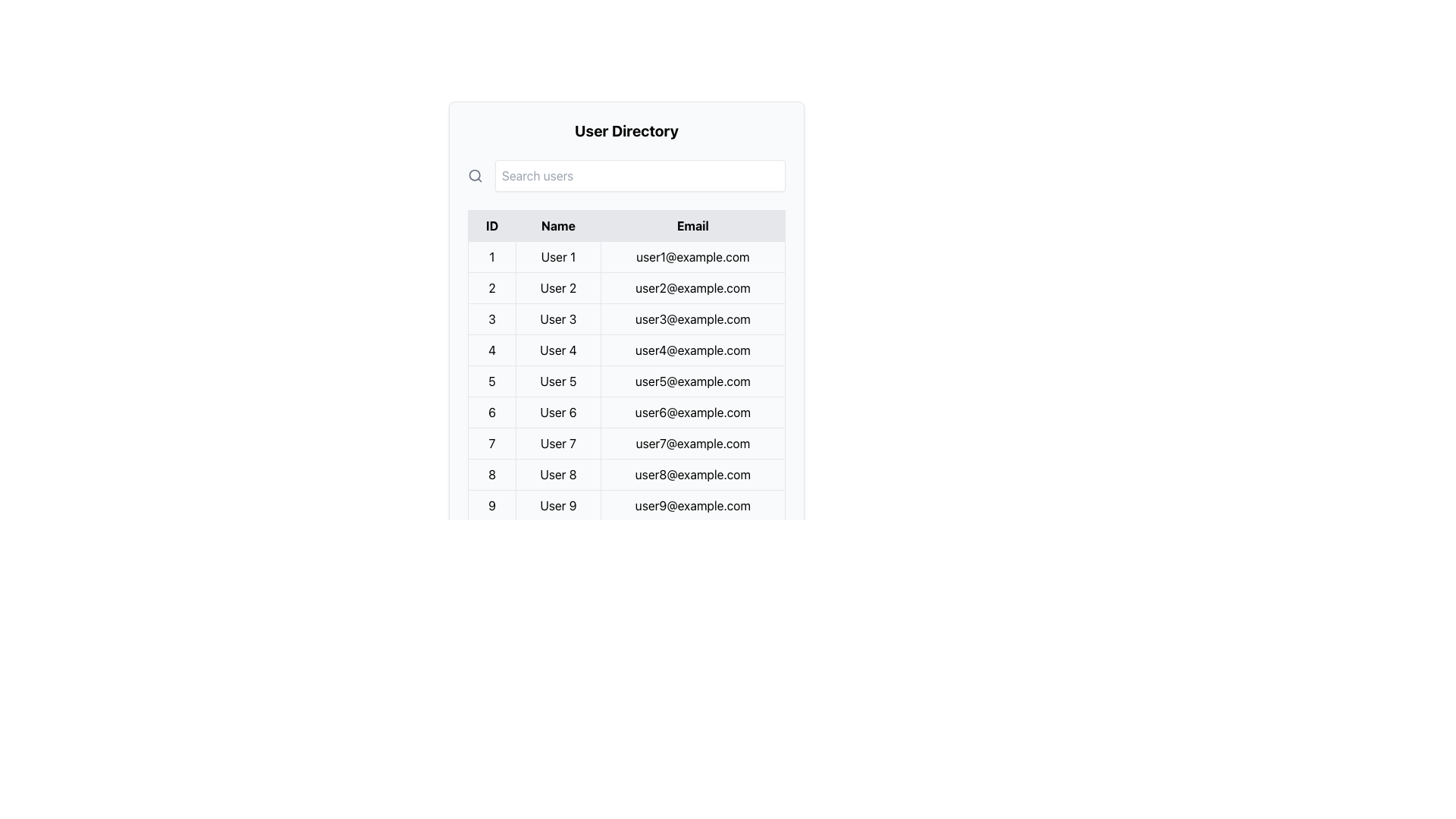  Describe the element at coordinates (692, 225) in the screenshot. I see `the 'Email' header cell in the user directory table to sort the column` at that location.